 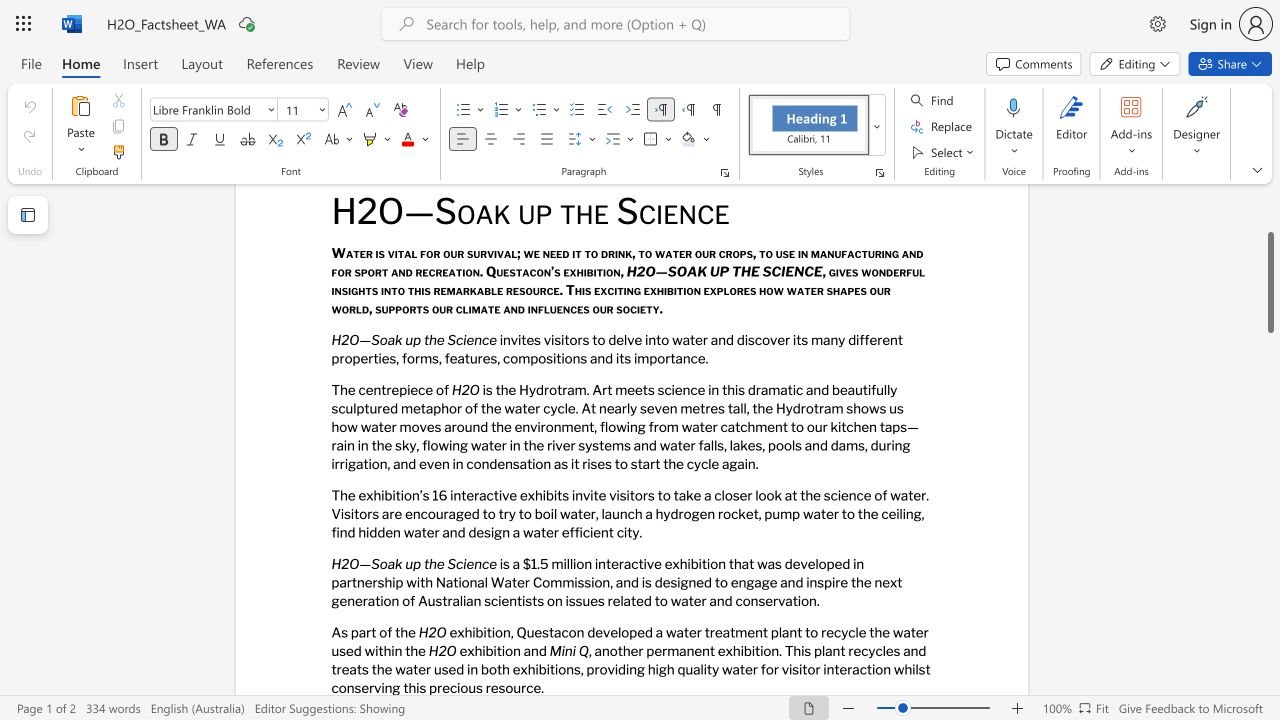 I want to click on the scrollbar and move down 1540 pixels, so click(x=1269, y=282).